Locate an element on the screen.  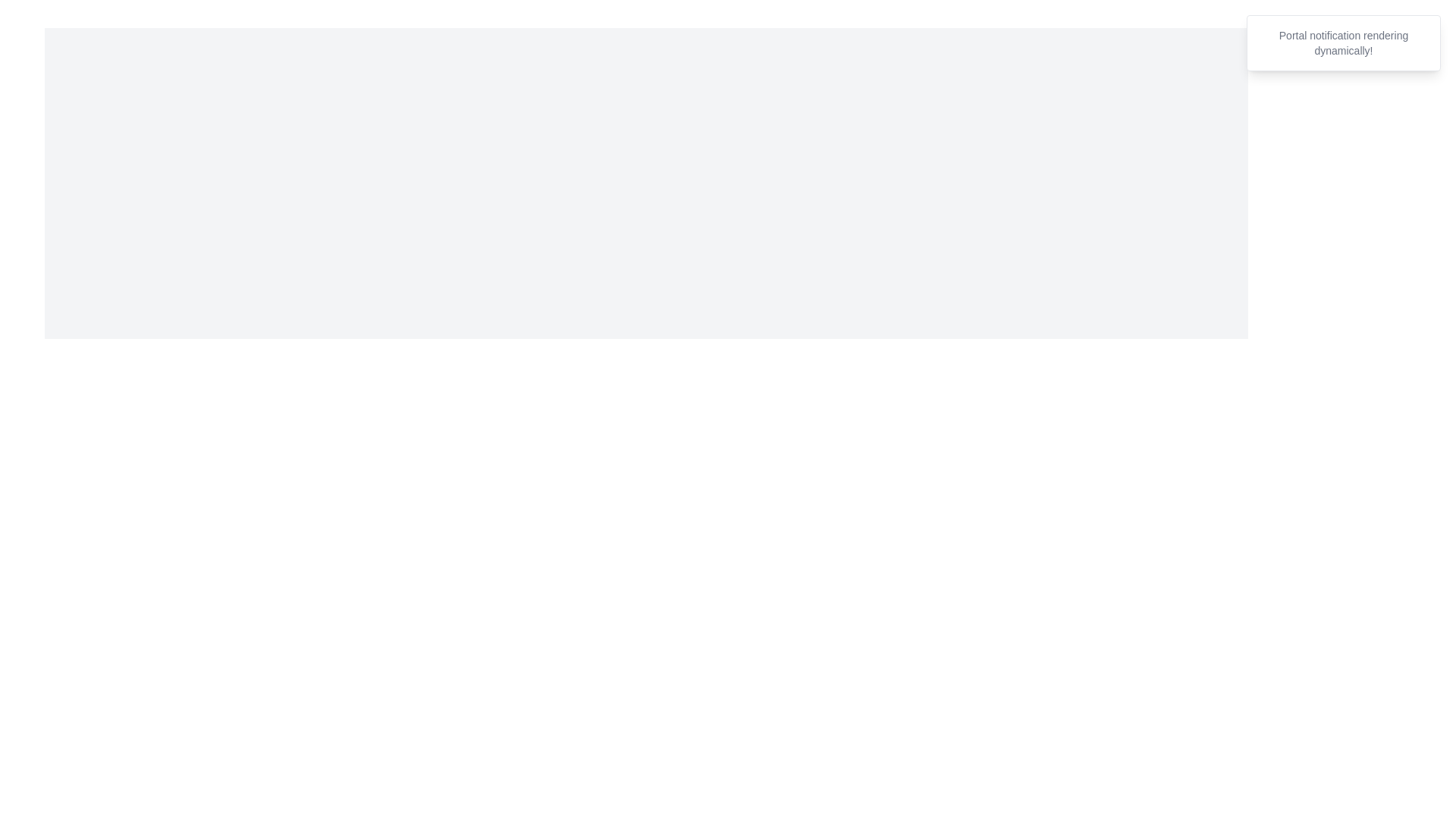
the static text element in the notification pop-up located at the top-right corner of the interface, which presents a dynamic notification message to the user is located at coordinates (1343, 42).